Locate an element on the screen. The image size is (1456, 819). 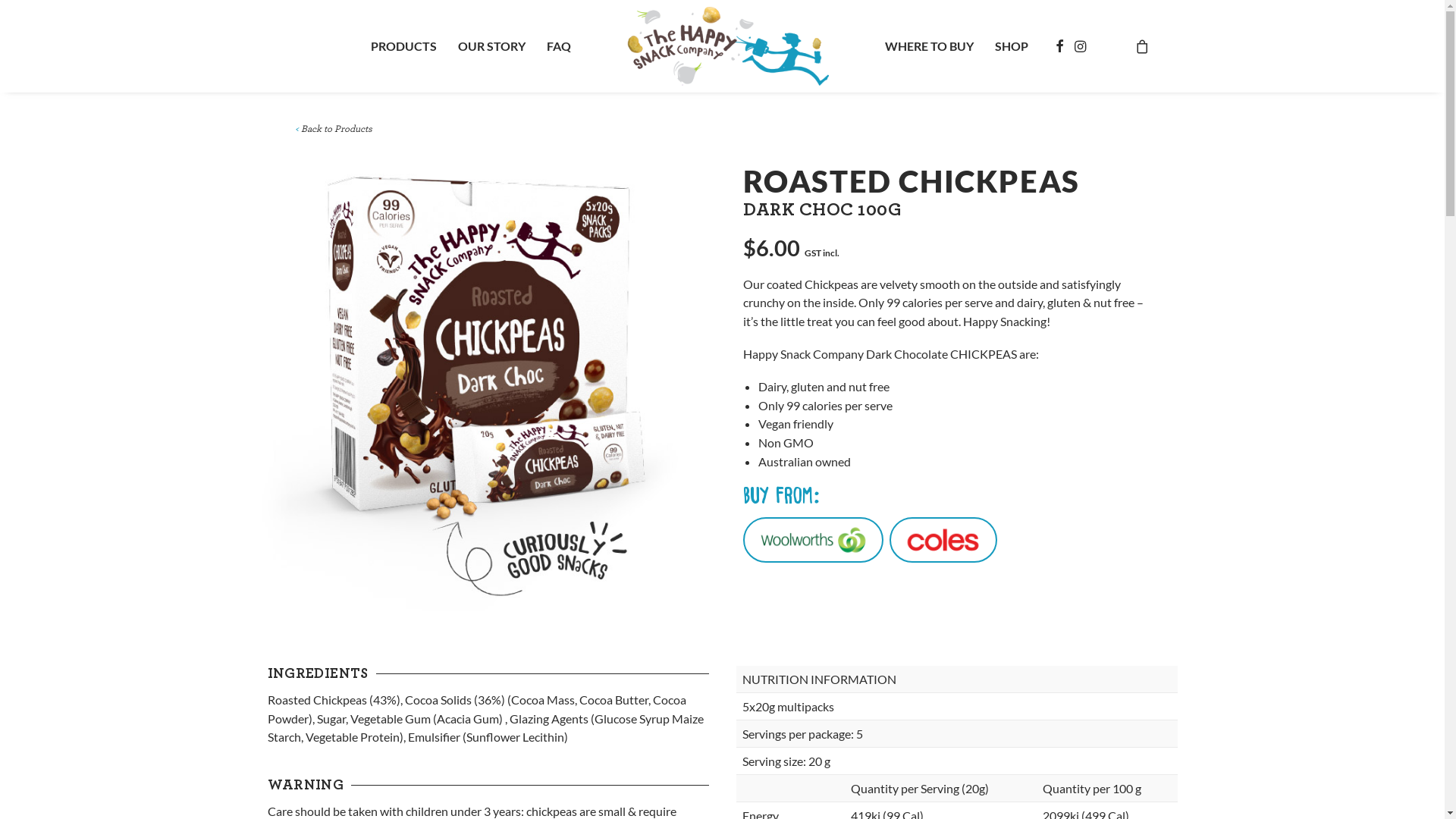
'SHOP' is located at coordinates (1012, 45).